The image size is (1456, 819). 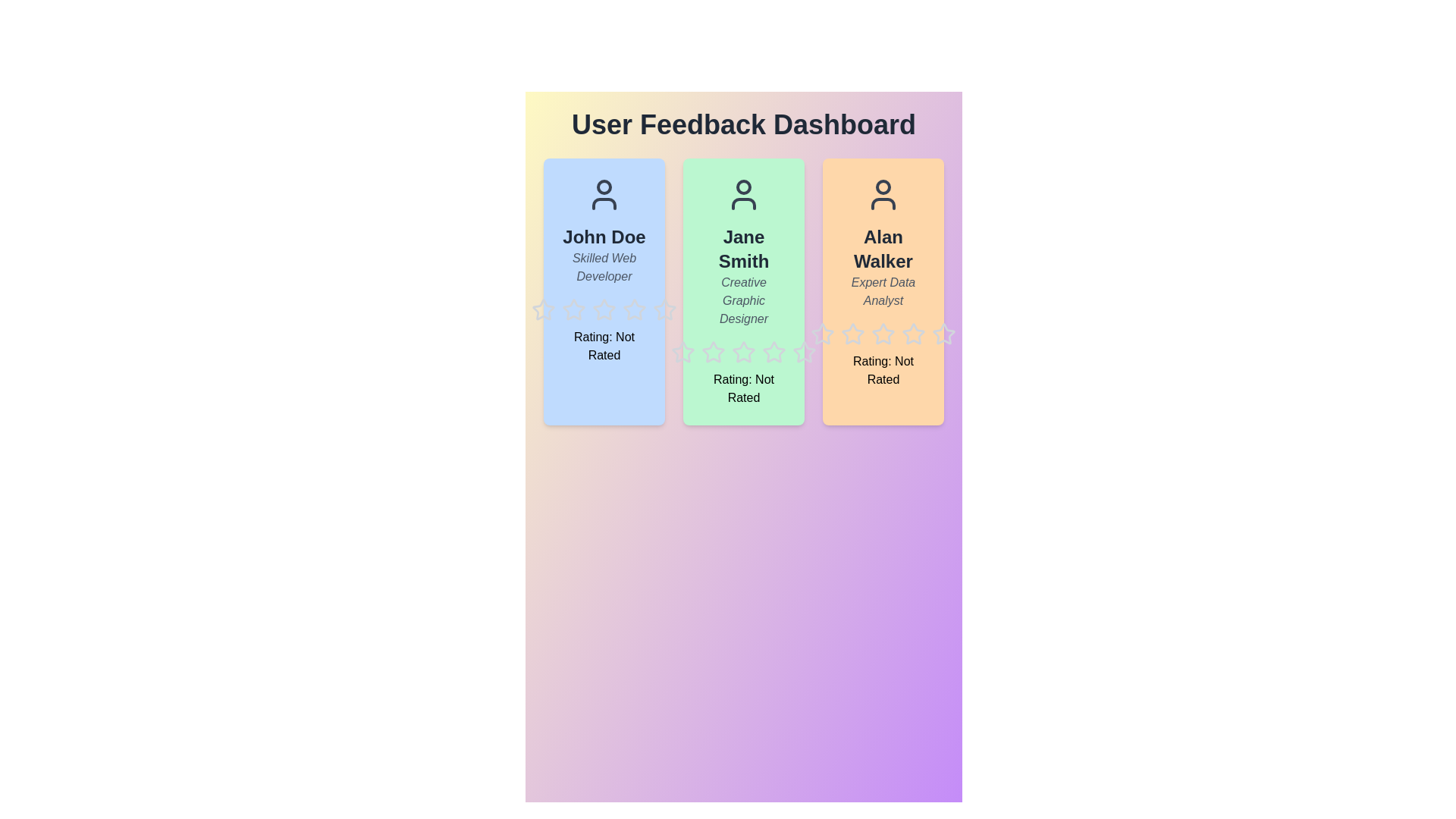 What do you see at coordinates (652, 298) in the screenshot?
I see `the star icon corresponding to 5 for user John Doe` at bounding box center [652, 298].